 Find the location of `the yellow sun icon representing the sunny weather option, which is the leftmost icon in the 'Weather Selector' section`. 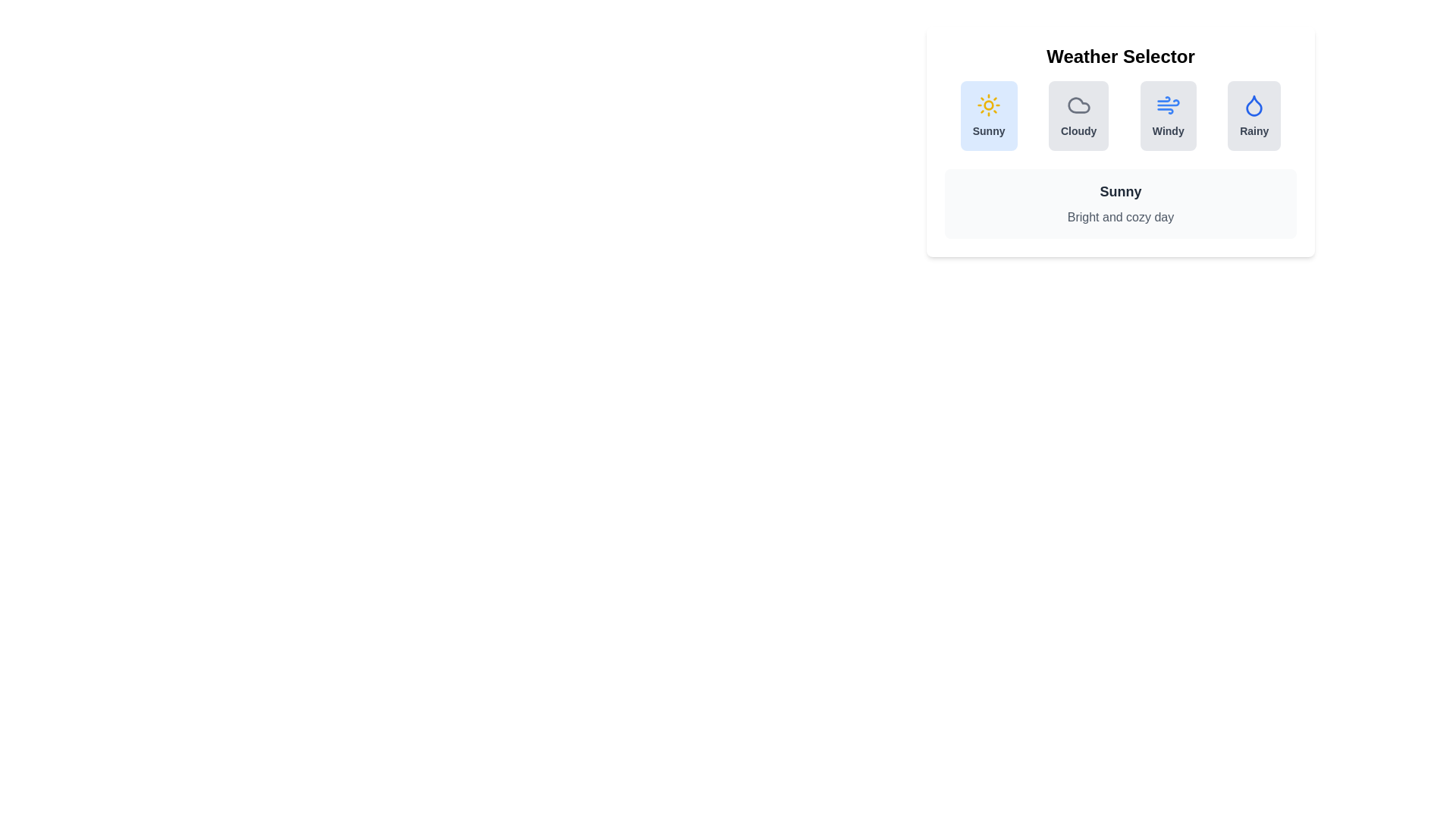

the yellow sun icon representing the sunny weather option, which is the leftmost icon in the 'Weather Selector' section is located at coordinates (989, 104).